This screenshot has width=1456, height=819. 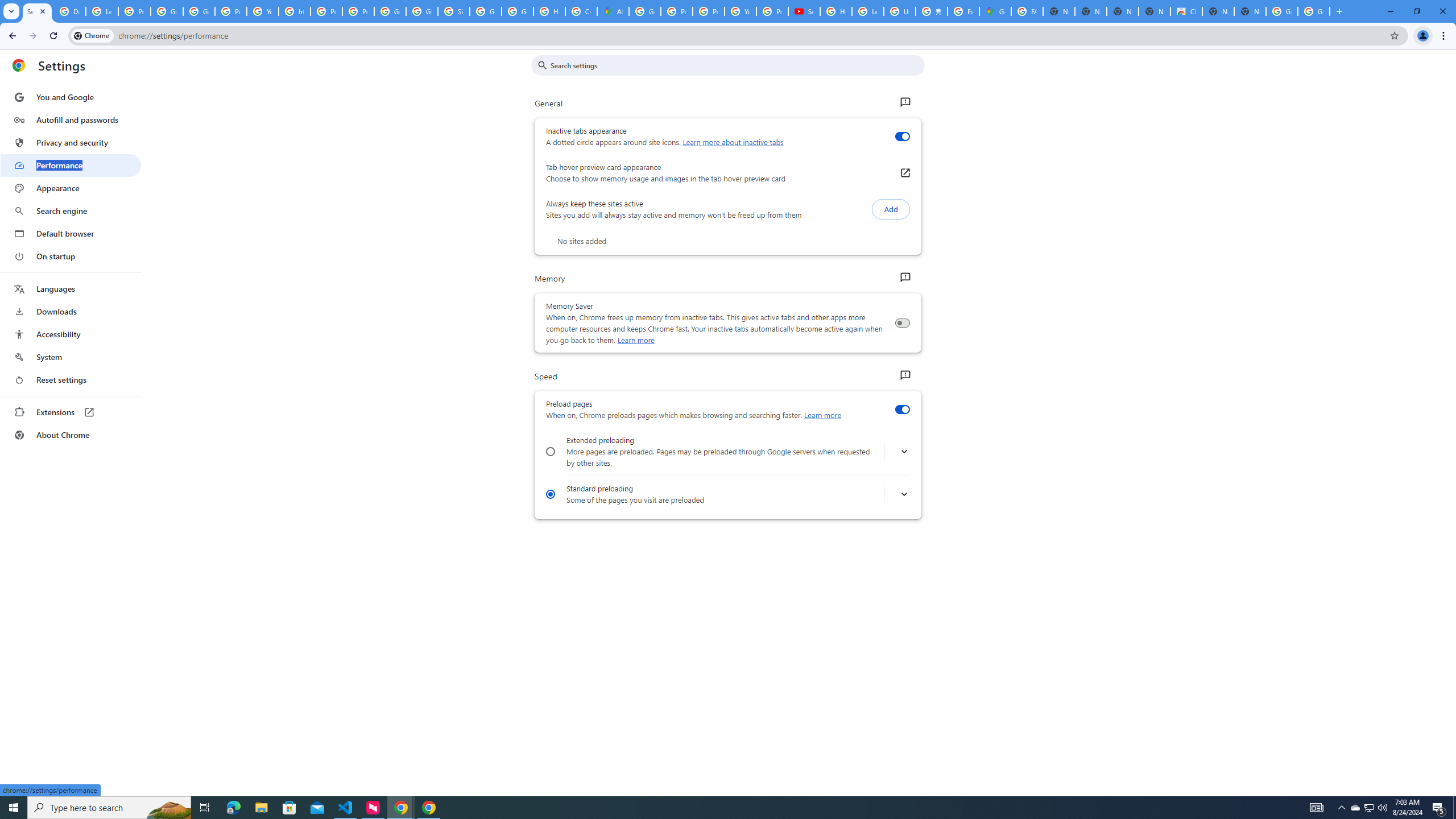 What do you see at coordinates (904, 102) in the screenshot?
I see `'General'` at bounding box center [904, 102].